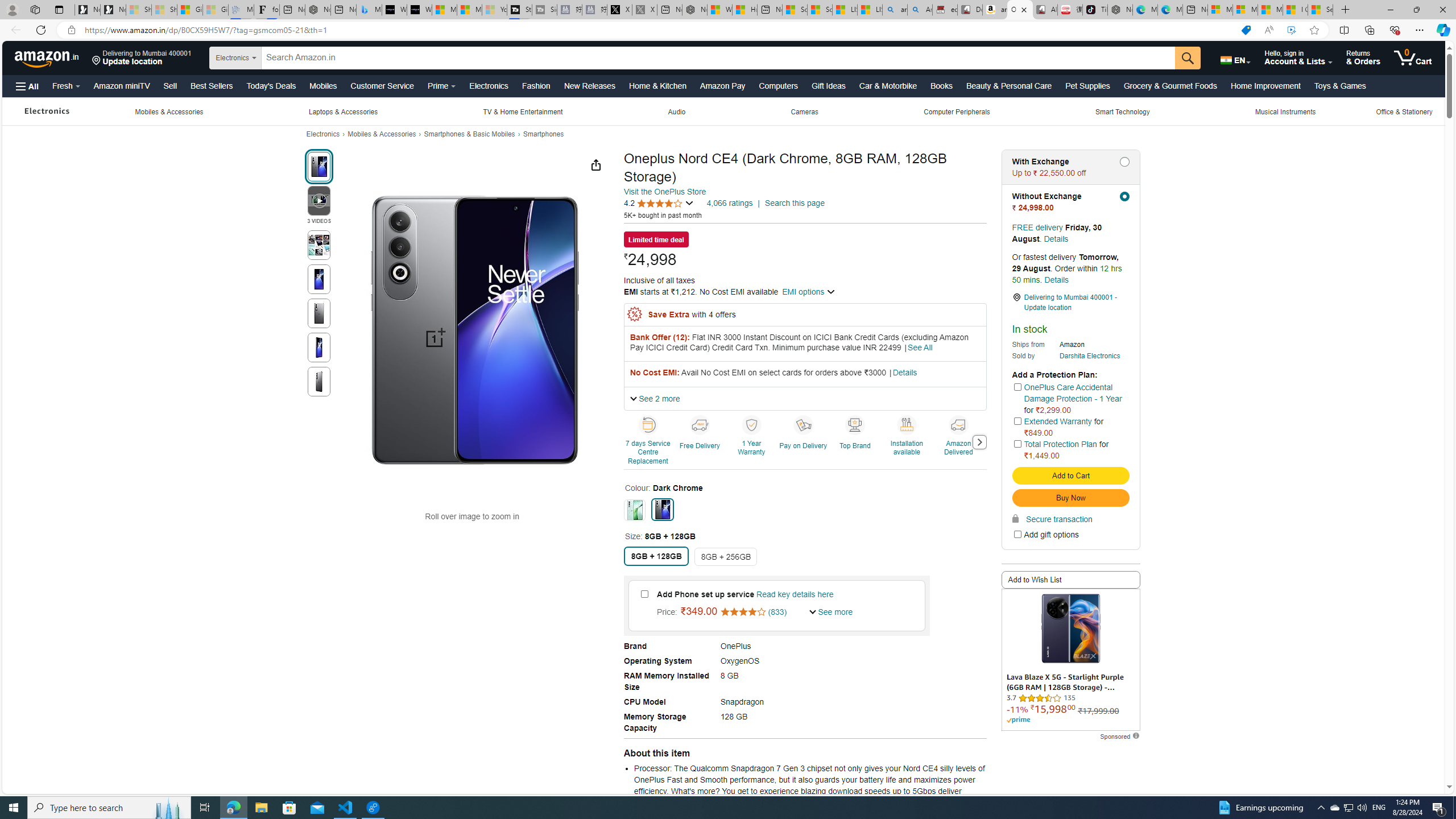 Image resolution: width=1456 pixels, height=819 pixels. I want to click on 'Smartphones', so click(543, 134).